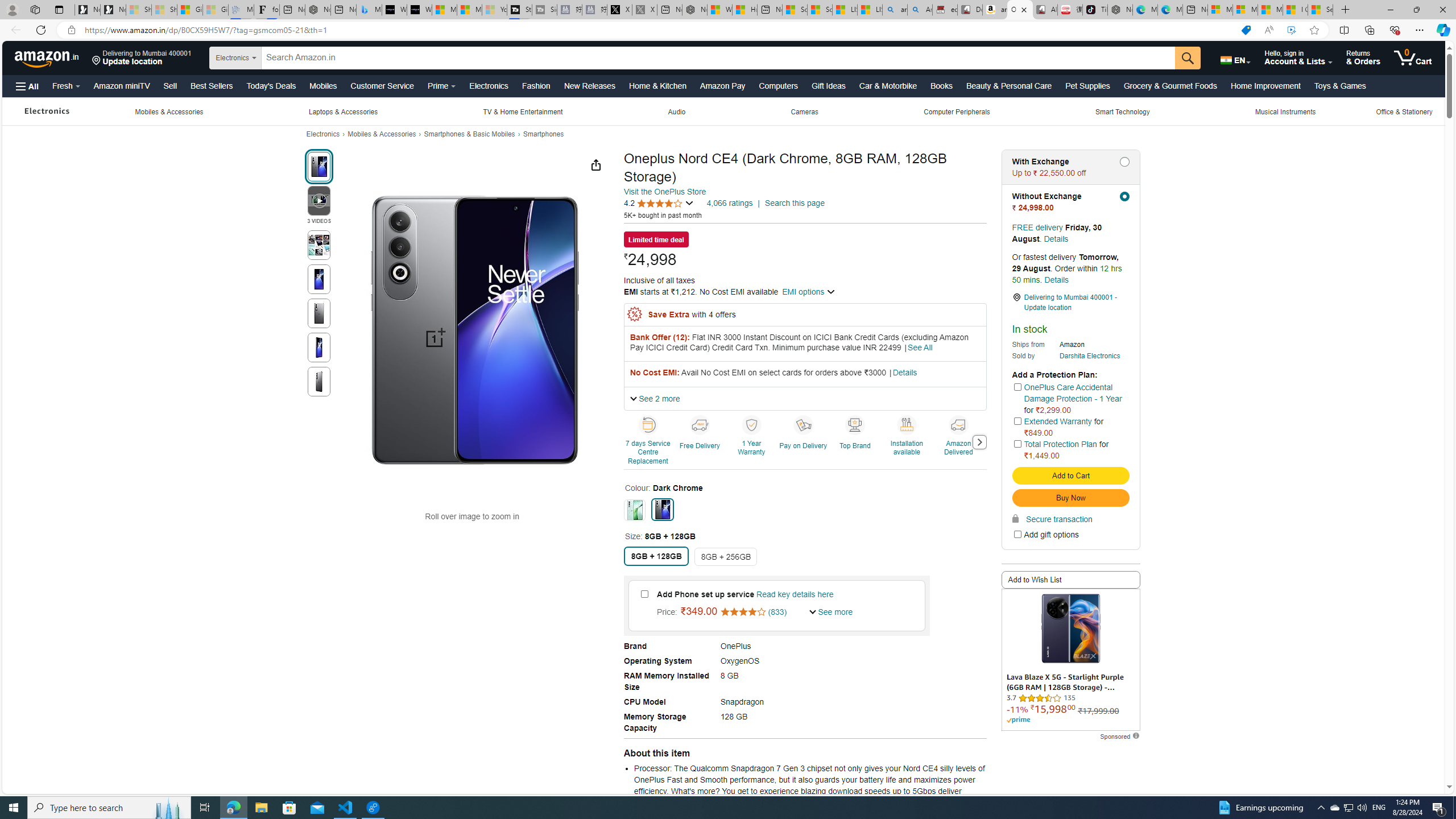 Image resolution: width=1456 pixels, height=819 pixels. I want to click on 'Smartphones', so click(543, 134).